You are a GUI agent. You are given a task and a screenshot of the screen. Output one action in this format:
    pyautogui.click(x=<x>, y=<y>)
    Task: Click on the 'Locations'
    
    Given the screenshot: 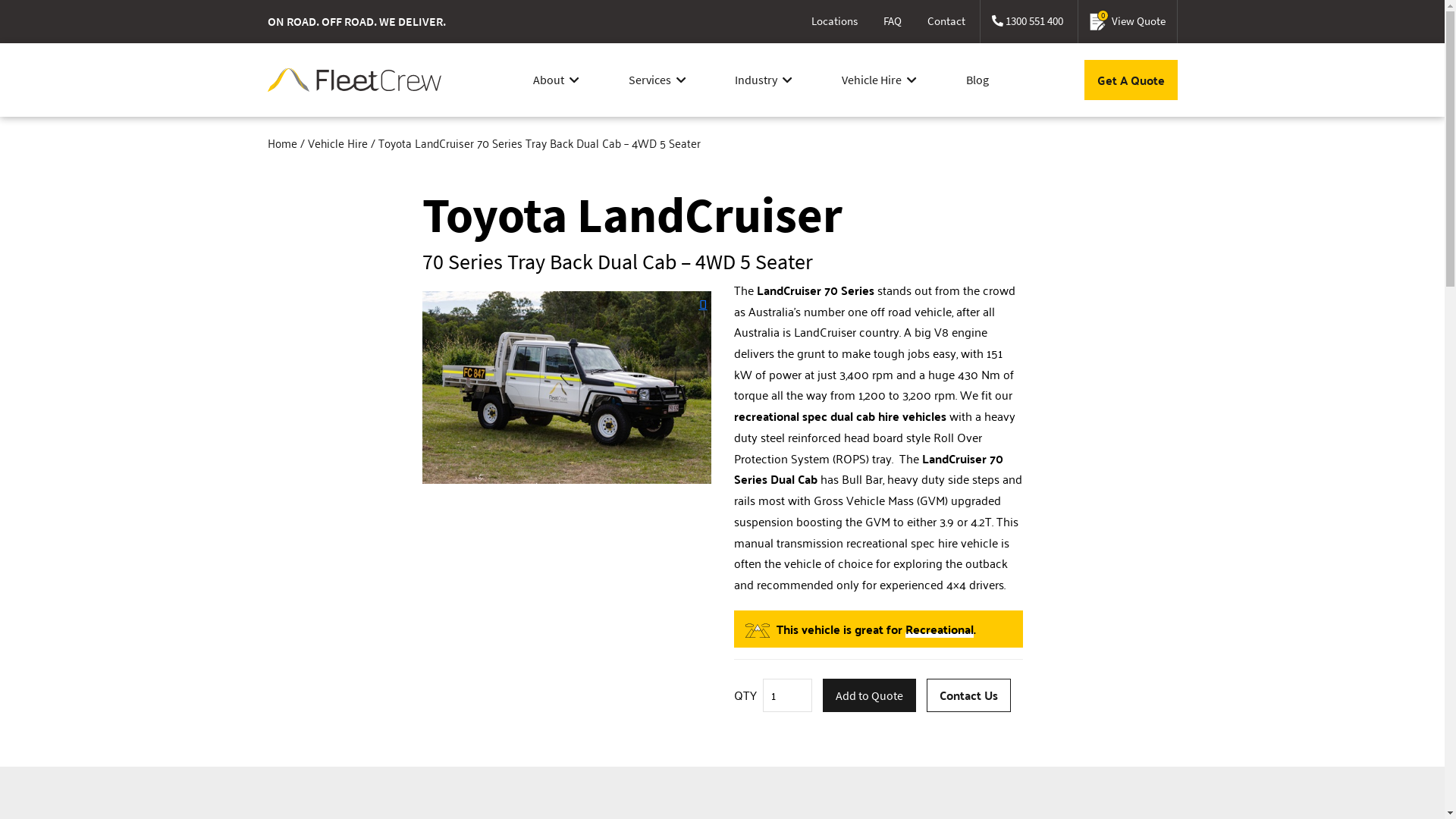 What is the action you would take?
    pyautogui.click(x=799, y=21)
    